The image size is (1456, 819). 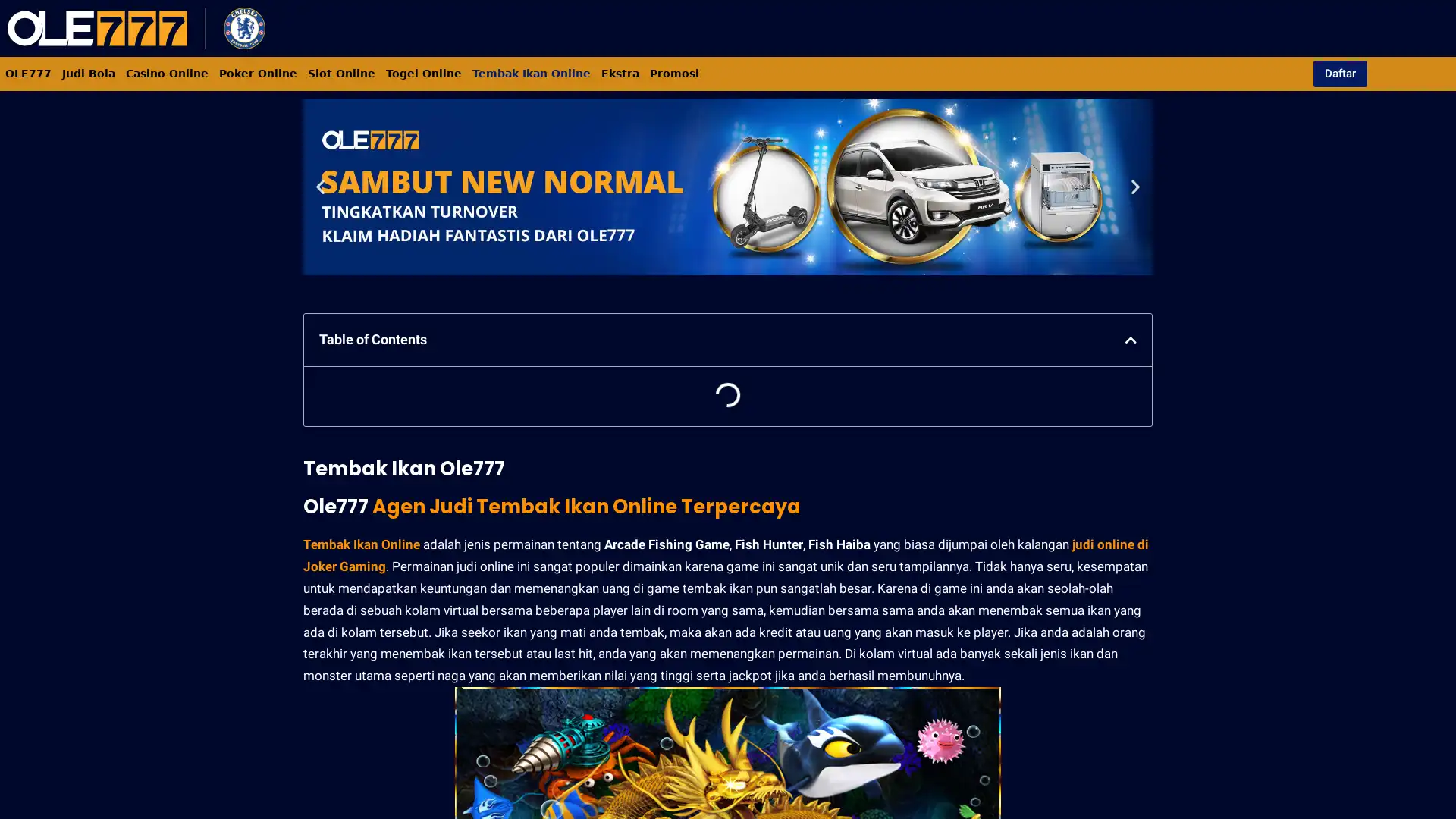 What do you see at coordinates (1339, 73) in the screenshot?
I see `Daftar` at bounding box center [1339, 73].